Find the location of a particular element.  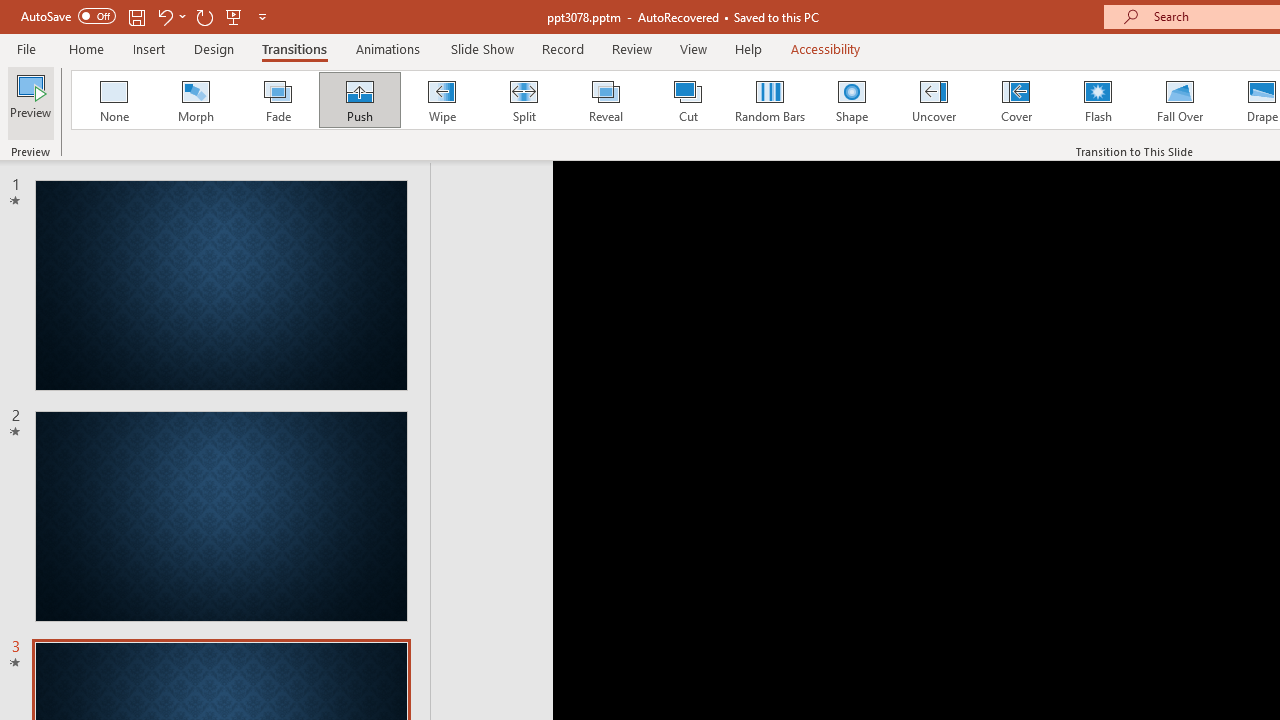

'Split' is located at coordinates (523, 100).